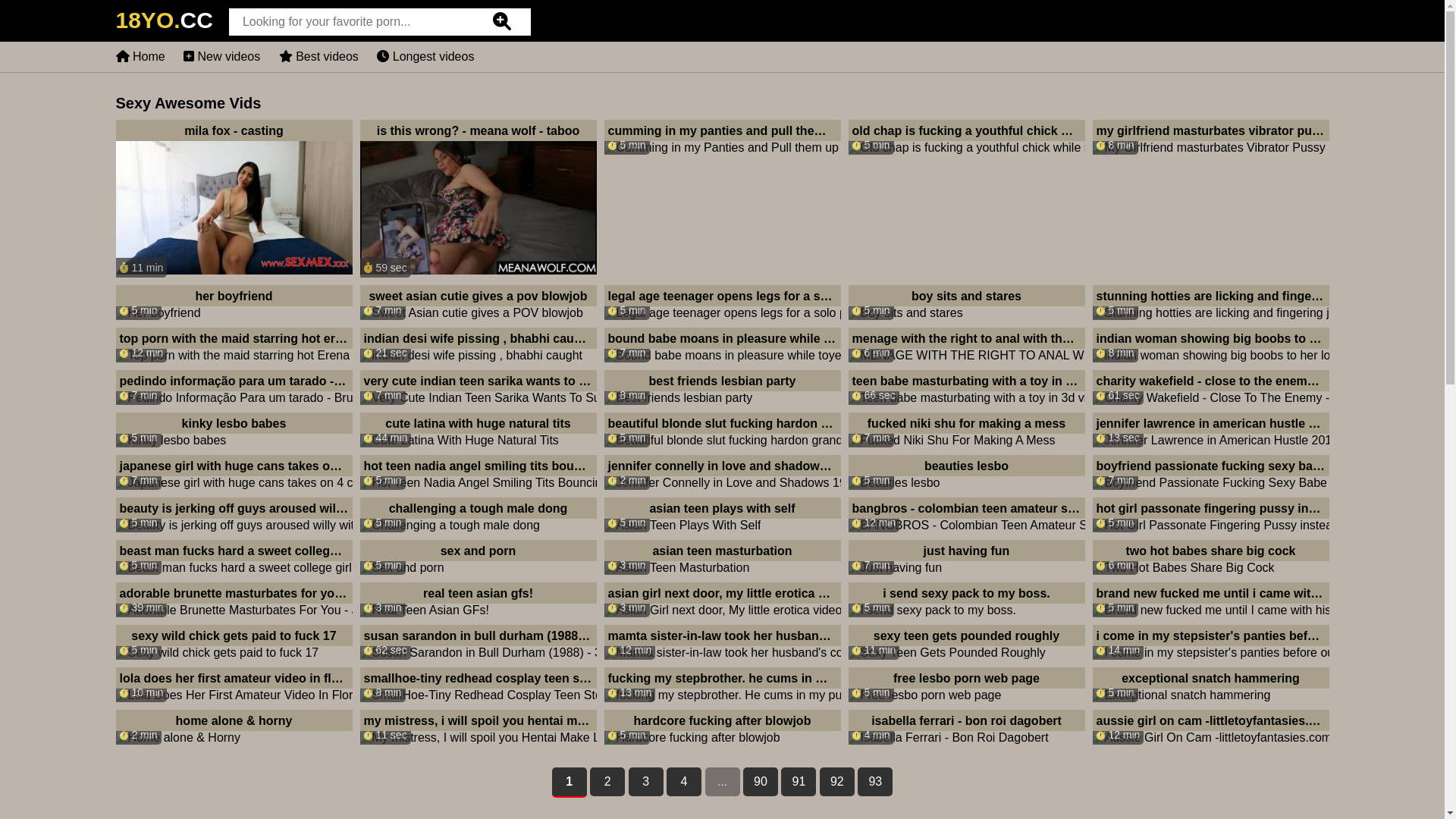  Describe the element at coordinates (476, 302) in the screenshot. I see `'7 min` at that location.